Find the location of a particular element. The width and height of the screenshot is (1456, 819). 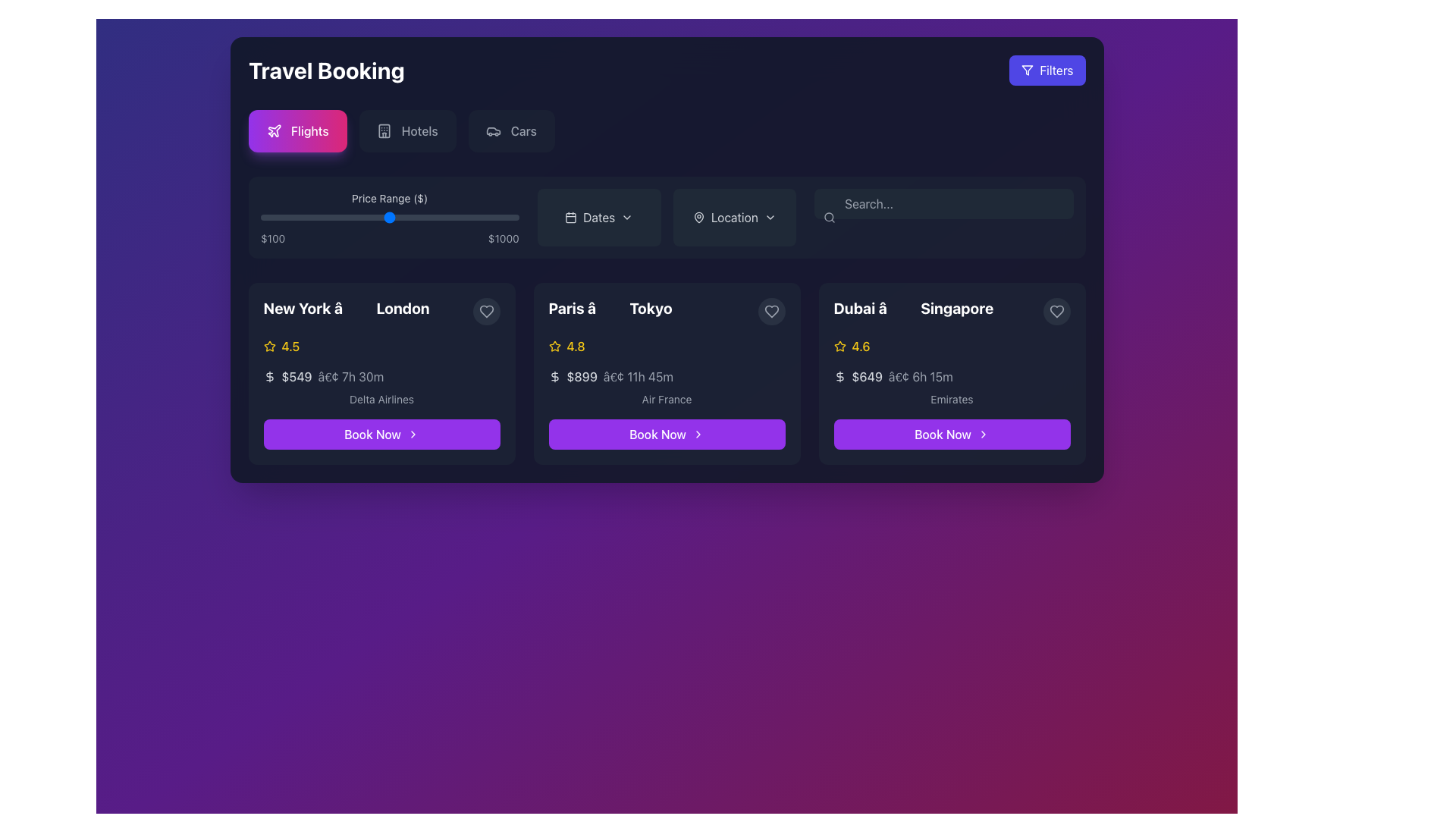

the 'Filters' button located in the top-right corner of the UI, which is styled with white font on a blue rounded rectangular background is located at coordinates (1056, 70).